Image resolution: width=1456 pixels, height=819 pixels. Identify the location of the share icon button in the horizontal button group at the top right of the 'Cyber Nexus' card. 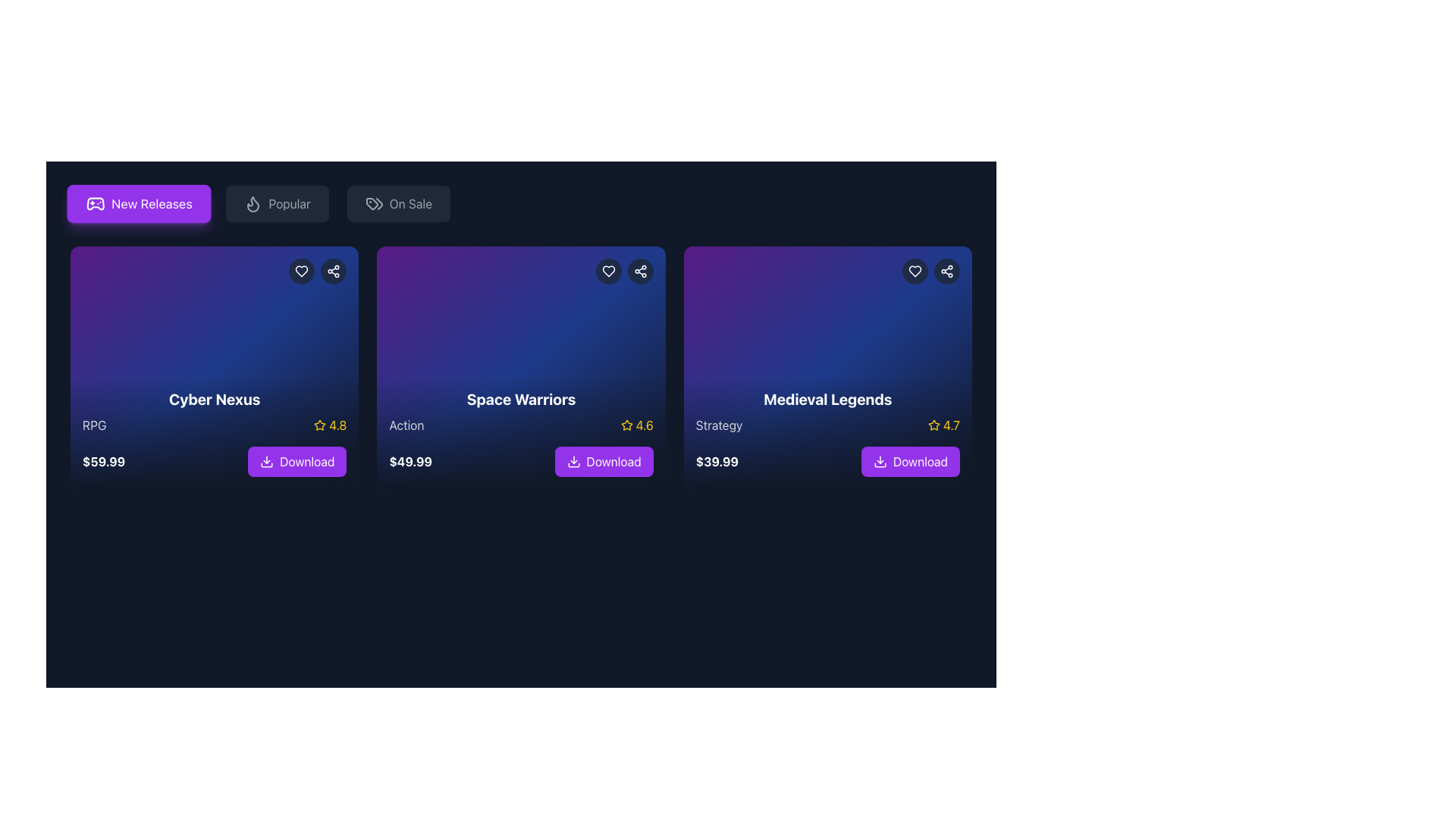
(317, 271).